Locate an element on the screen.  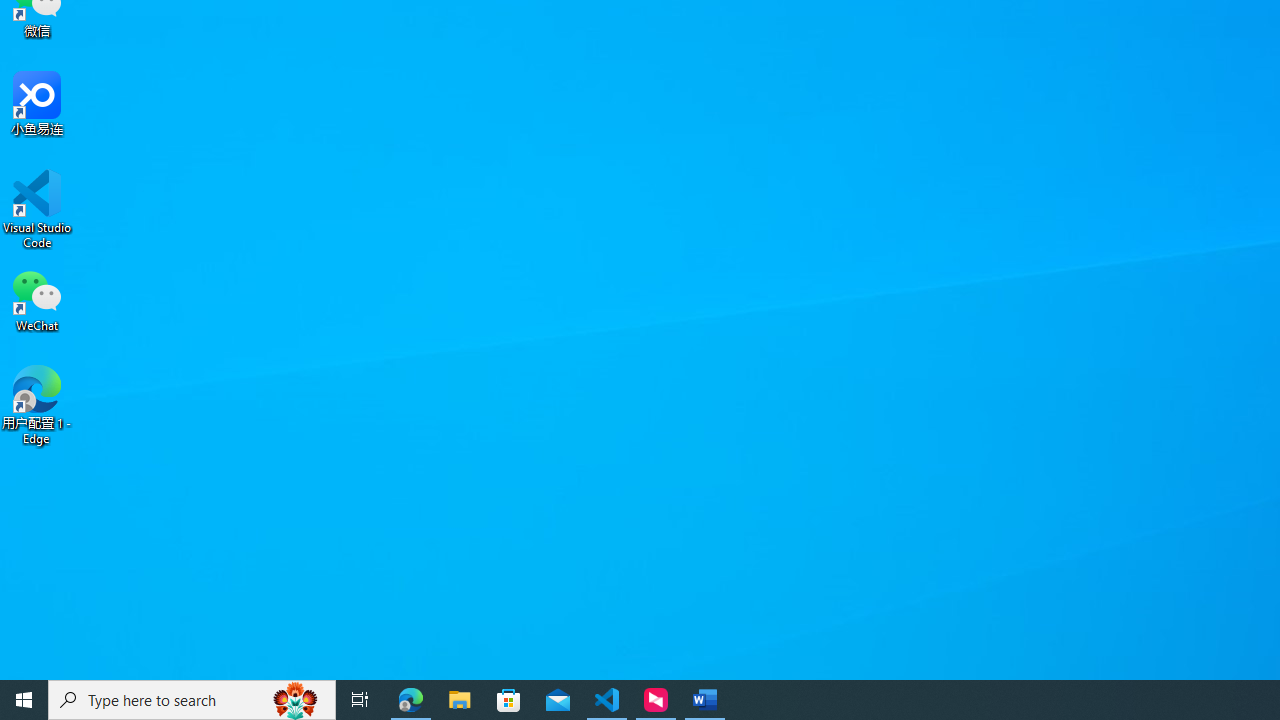
'Search highlights icon opens search home window' is located at coordinates (294, 698).